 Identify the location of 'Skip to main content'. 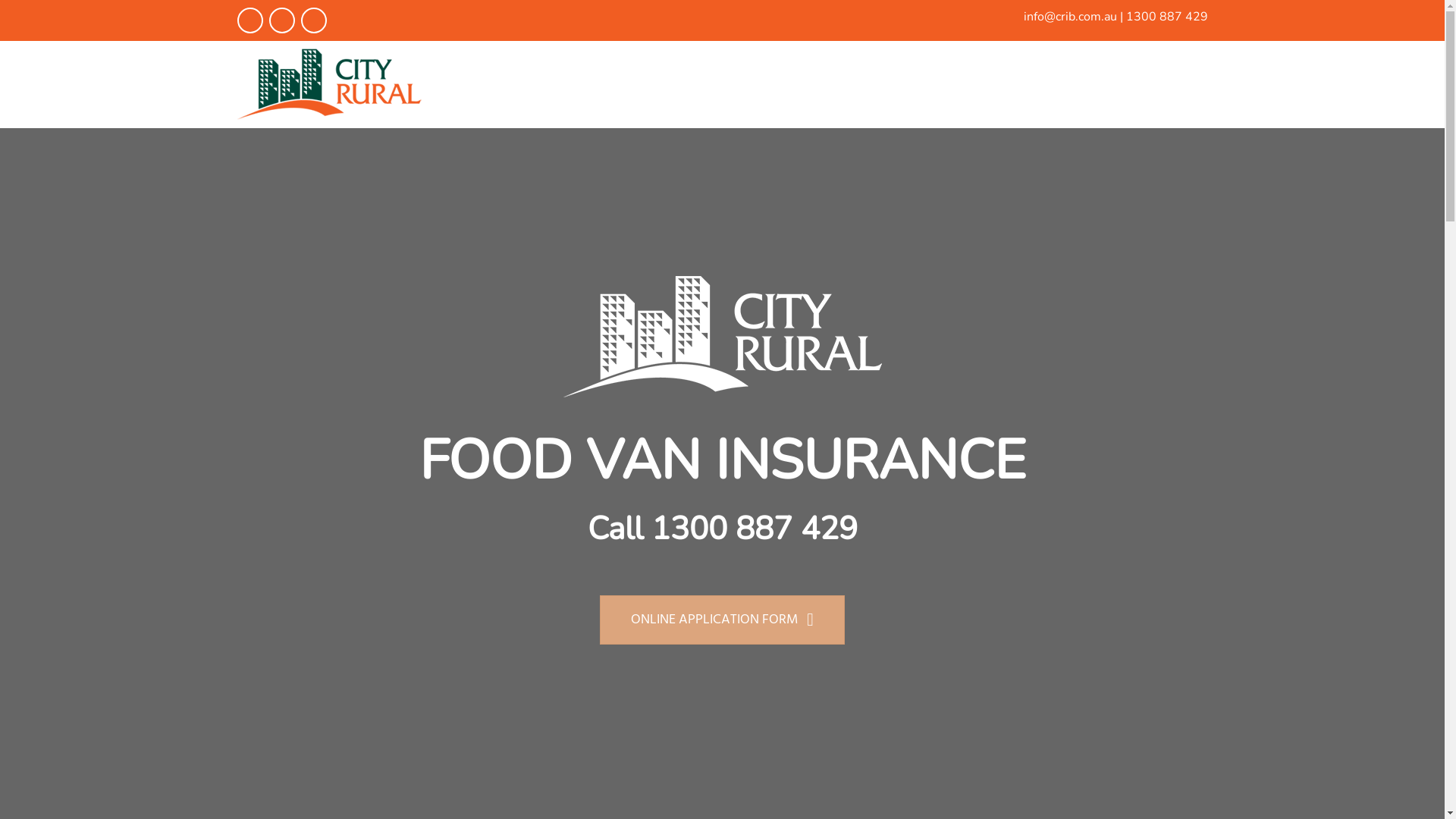
(0, 0).